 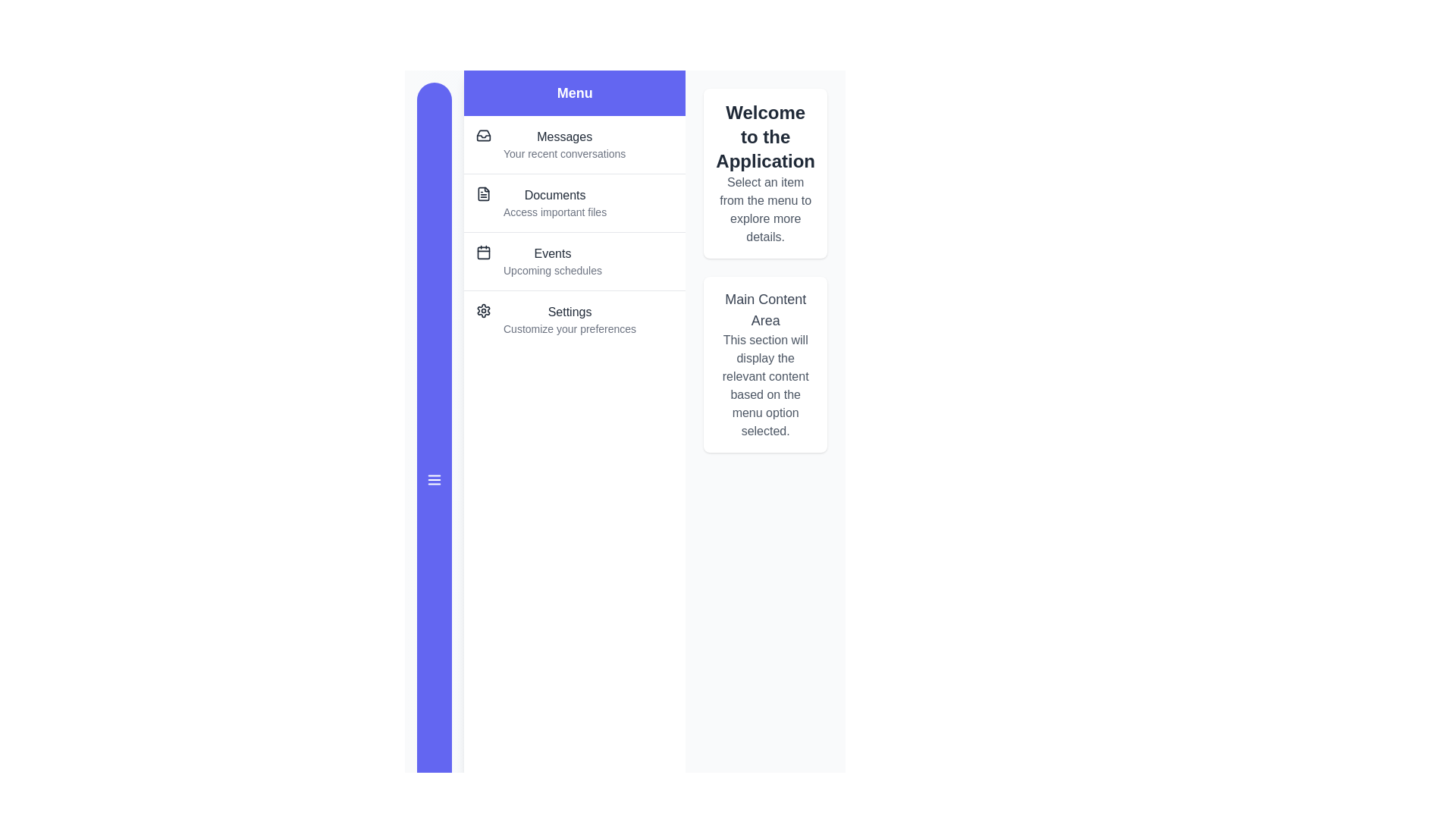 What do you see at coordinates (574, 318) in the screenshot?
I see `the menu item Settings from the drawer menu` at bounding box center [574, 318].